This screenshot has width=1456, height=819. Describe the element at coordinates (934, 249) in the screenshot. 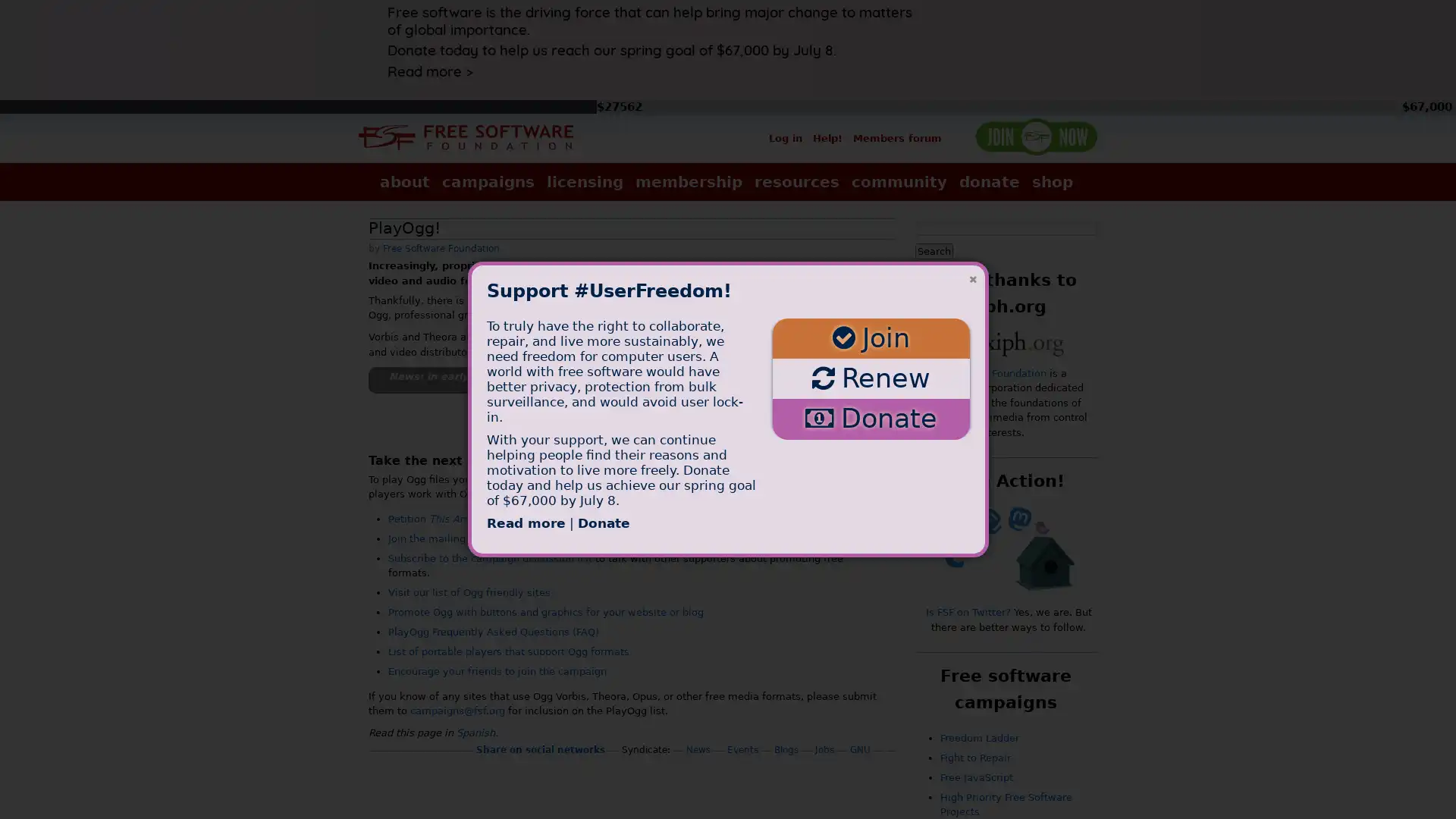

I see `Search` at that location.